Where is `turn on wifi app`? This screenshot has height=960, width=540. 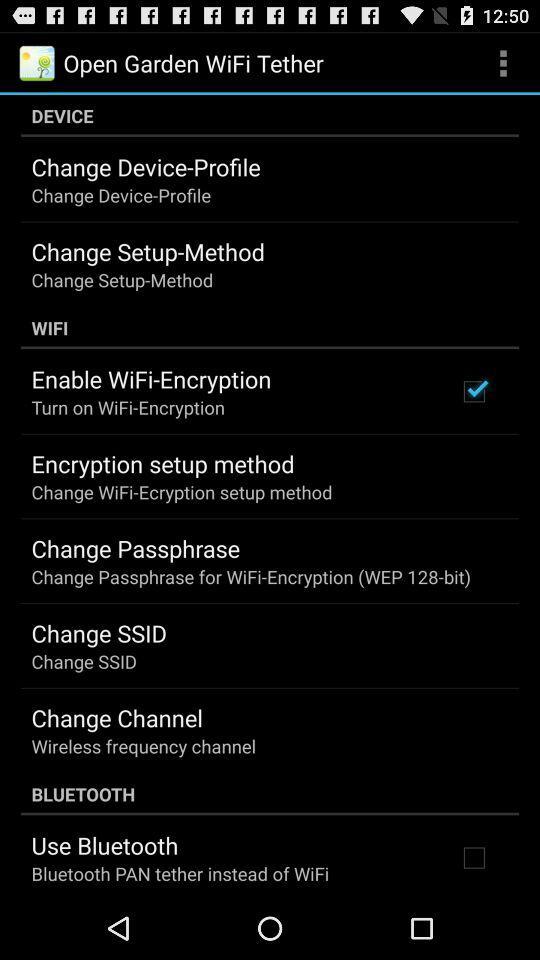 turn on wifi app is located at coordinates (128, 406).